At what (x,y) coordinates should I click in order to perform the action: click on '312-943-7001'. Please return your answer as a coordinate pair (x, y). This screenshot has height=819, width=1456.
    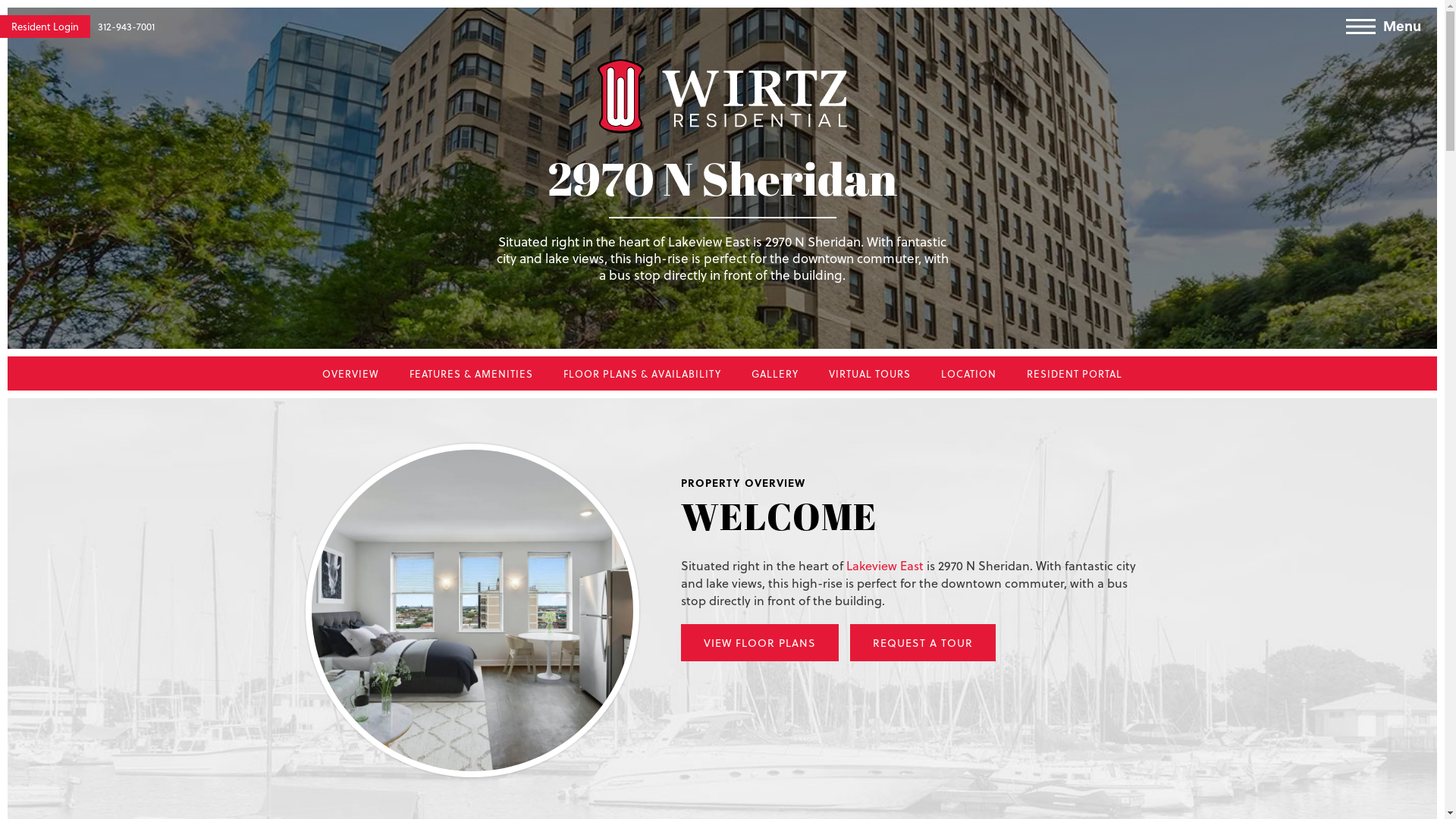
    Looking at the image, I should click on (126, 26).